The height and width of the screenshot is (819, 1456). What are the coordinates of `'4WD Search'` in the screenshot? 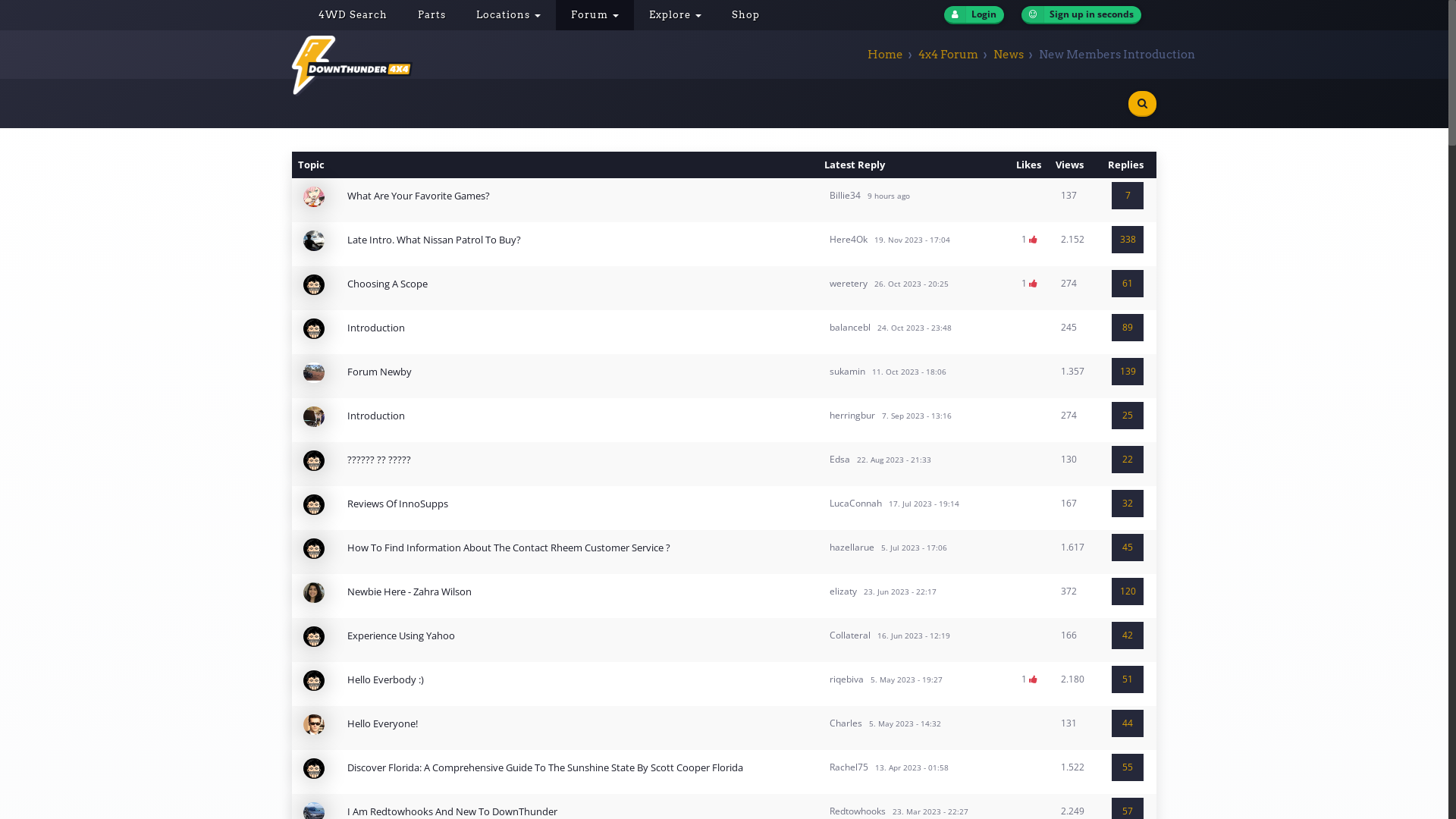 It's located at (303, 14).